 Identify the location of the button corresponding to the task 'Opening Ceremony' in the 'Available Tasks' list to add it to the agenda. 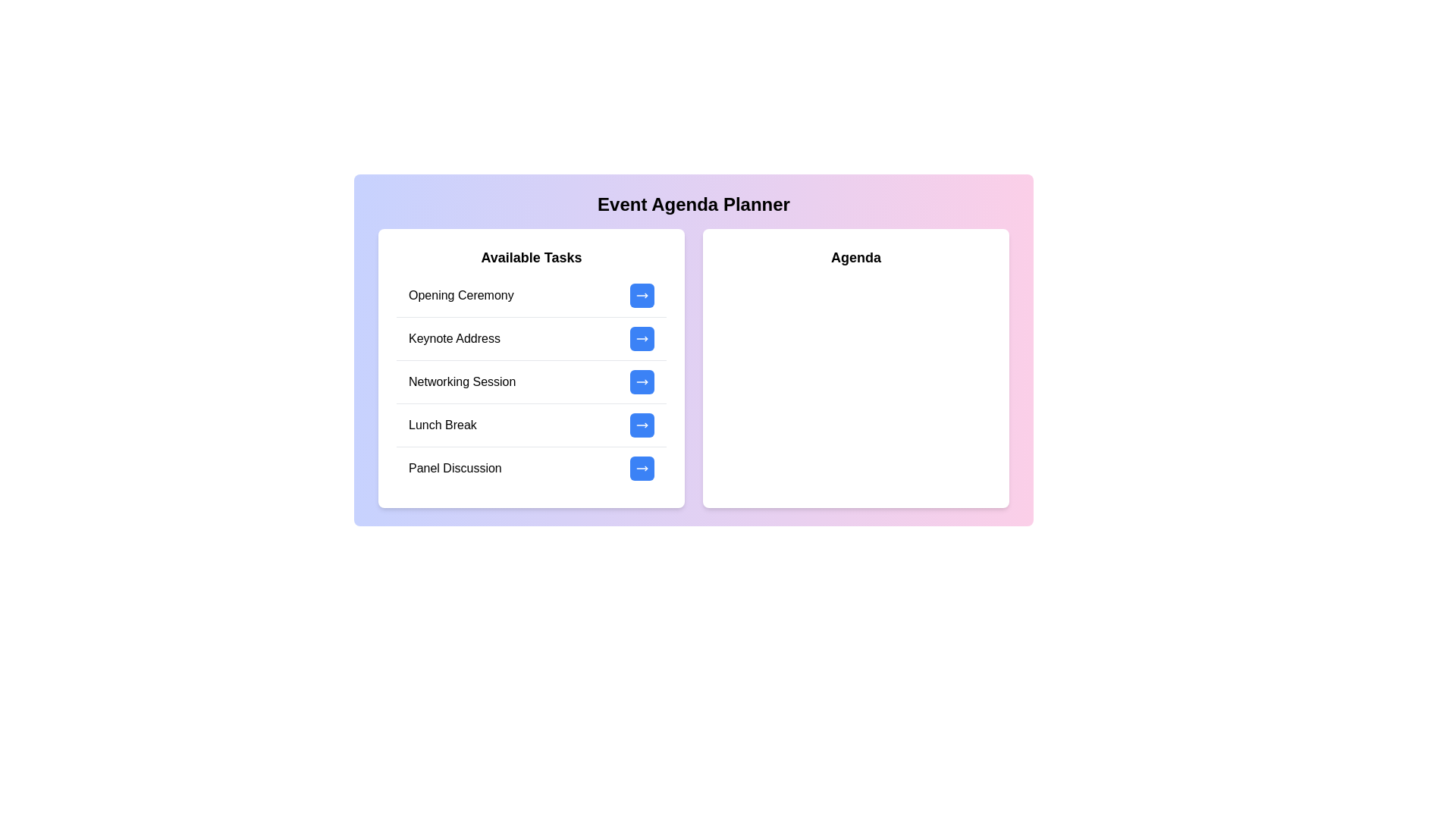
(642, 295).